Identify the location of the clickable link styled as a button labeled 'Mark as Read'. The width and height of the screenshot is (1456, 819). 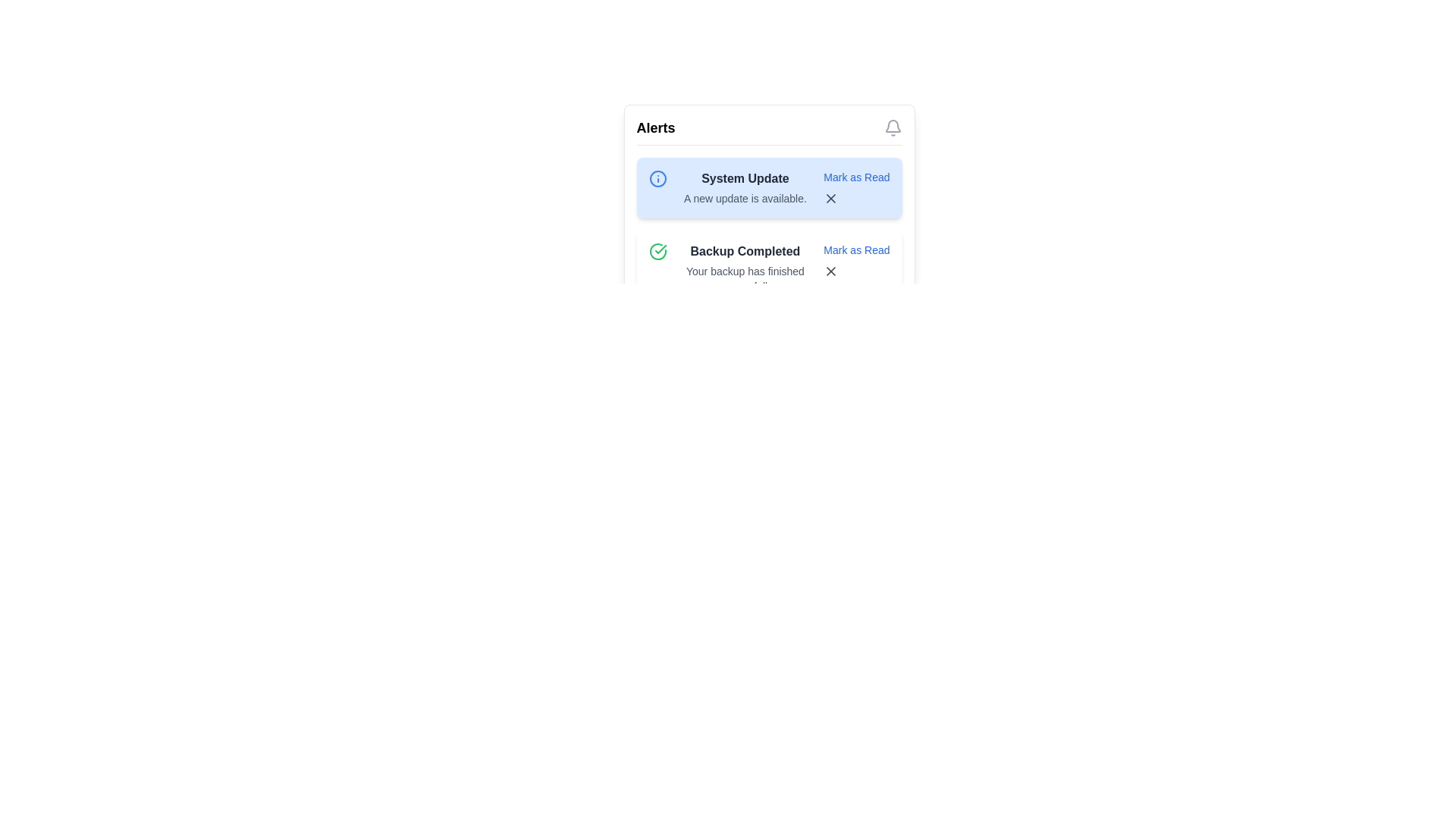
(856, 187).